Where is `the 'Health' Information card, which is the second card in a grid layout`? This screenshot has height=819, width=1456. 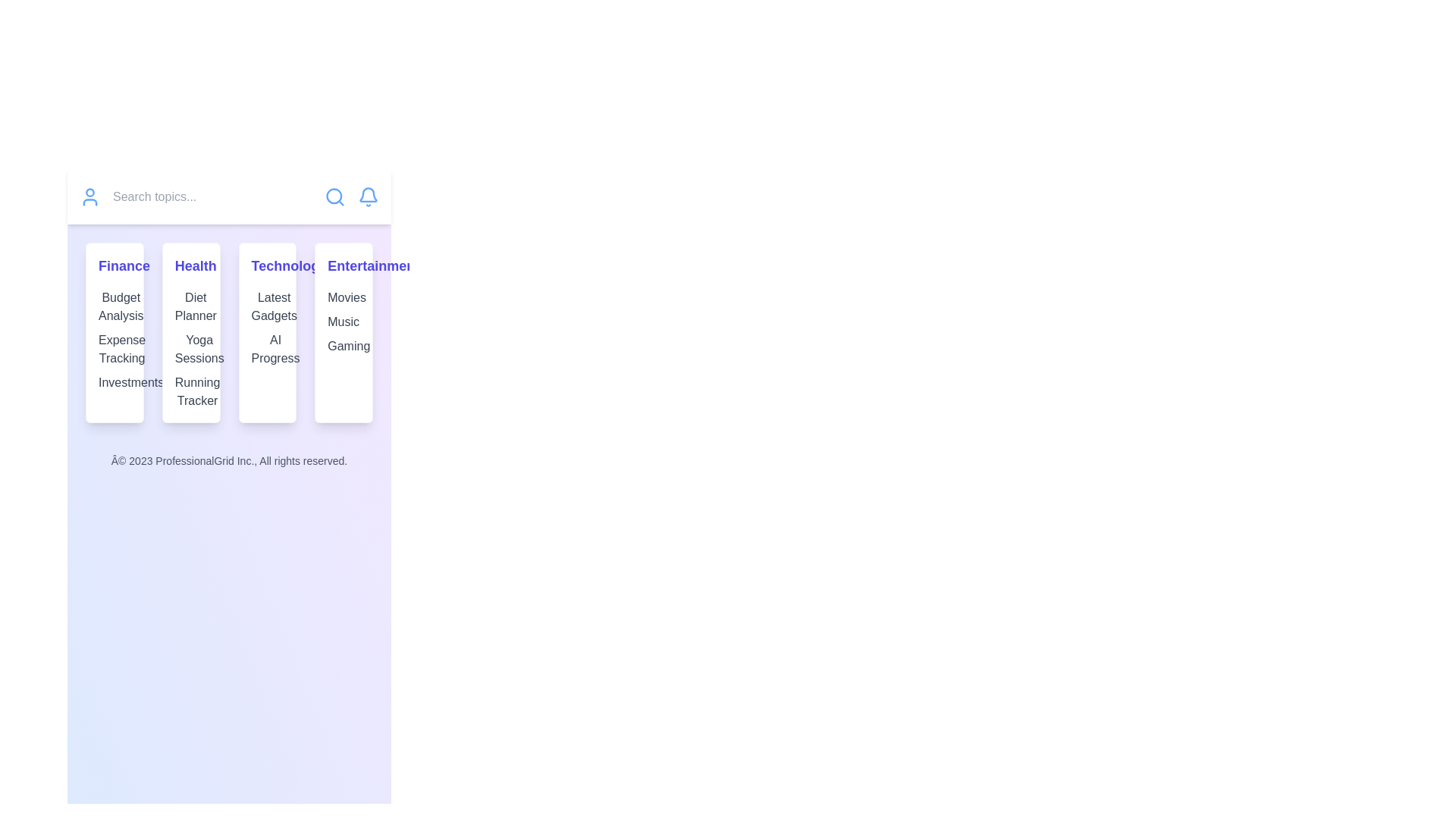 the 'Health' Information card, which is the second card in a grid layout is located at coordinates (190, 332).